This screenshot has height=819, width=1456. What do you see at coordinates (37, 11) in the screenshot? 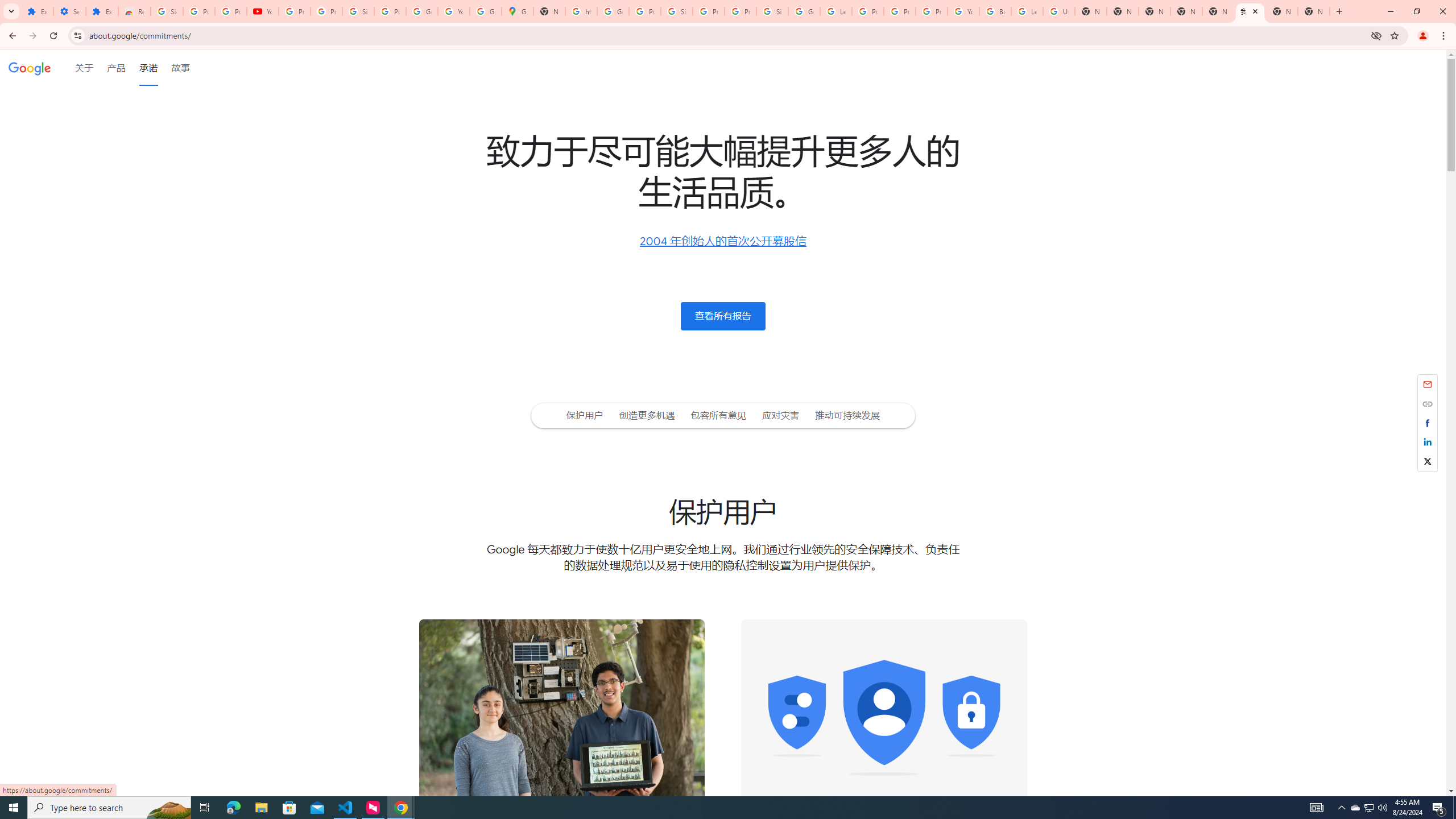
I see `'Extensions'` at bounding box center [37, 11].